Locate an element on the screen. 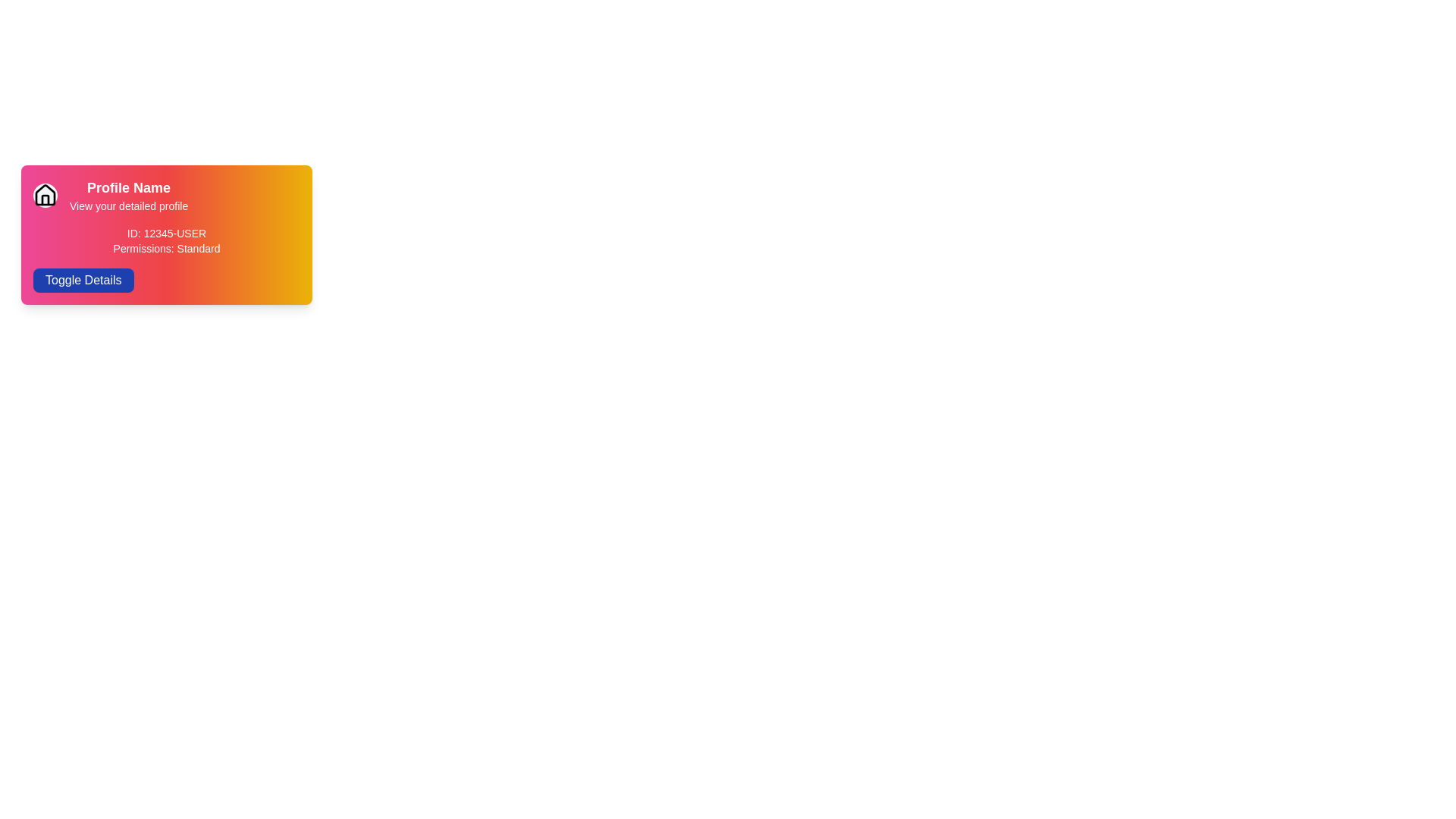  the text label displaying 'Permissions: Standard', located at the bottom of the user ID information block in the card-like interface is located at coordinates (167, 247).